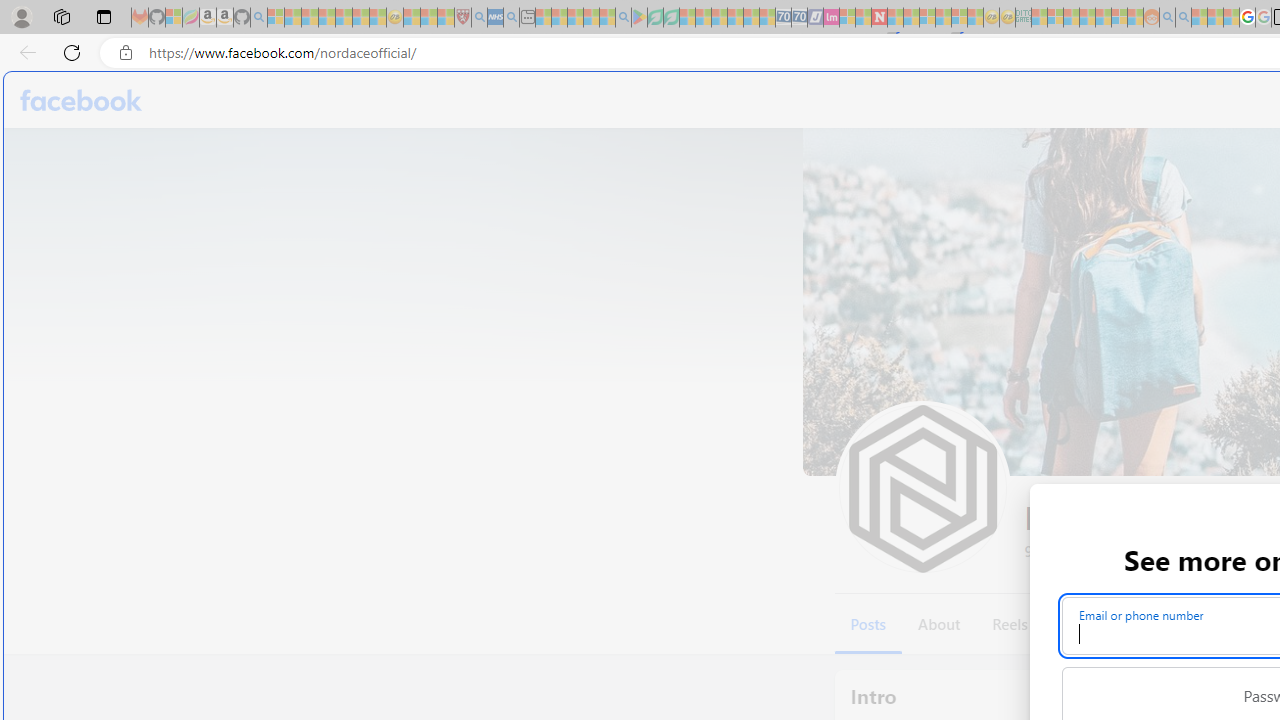  Describe the element at coordinates (1102, 17) in the screenshot. I see `'Kinda Frugal - MSN - Sleeping'` at that location.